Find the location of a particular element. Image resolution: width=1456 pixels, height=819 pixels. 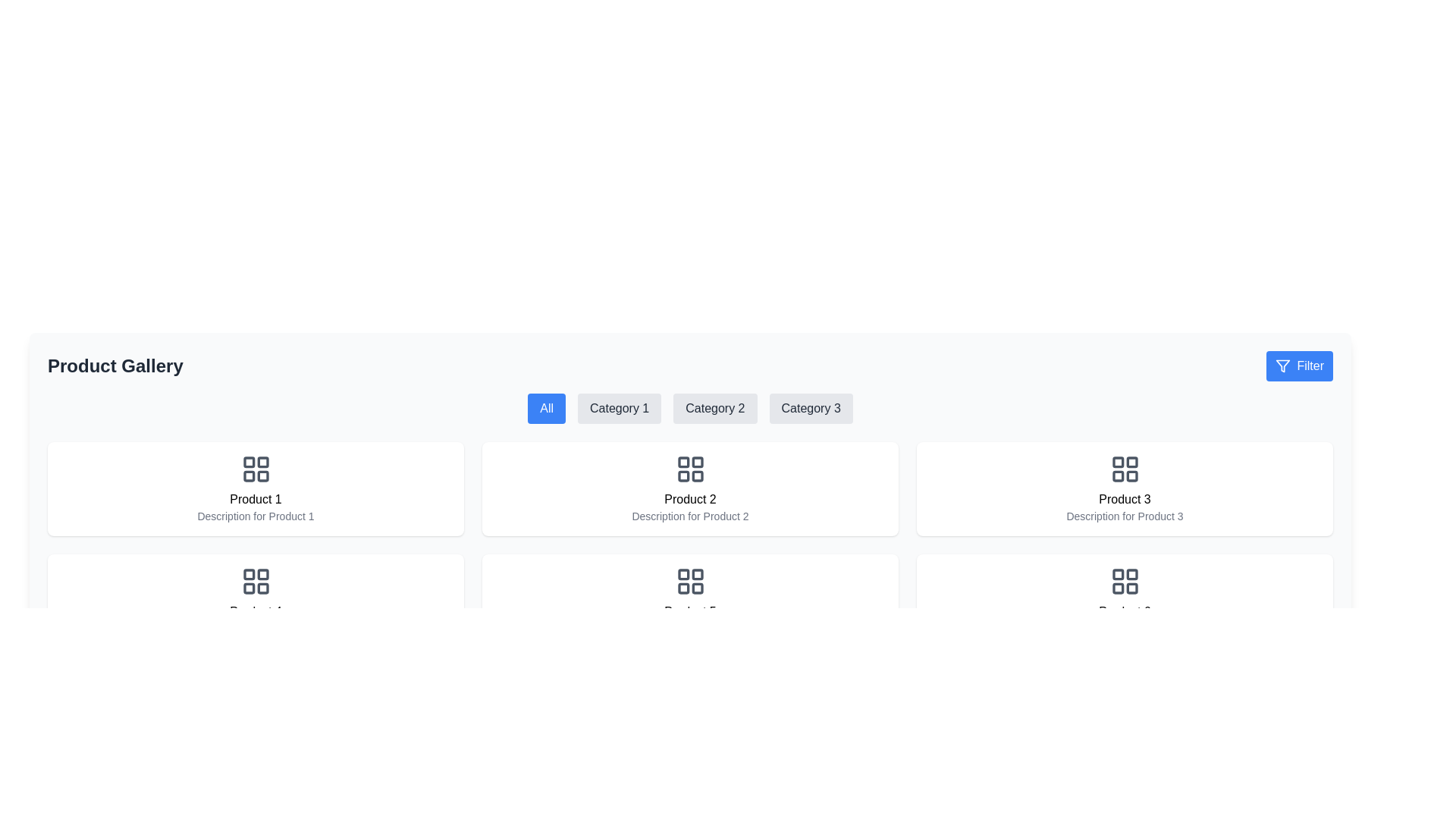

the small rounded rectangle in the top-left position of the 2x2 grid icon associated with 'Product 2' in the product gallery is located at coordinates (682, 461).